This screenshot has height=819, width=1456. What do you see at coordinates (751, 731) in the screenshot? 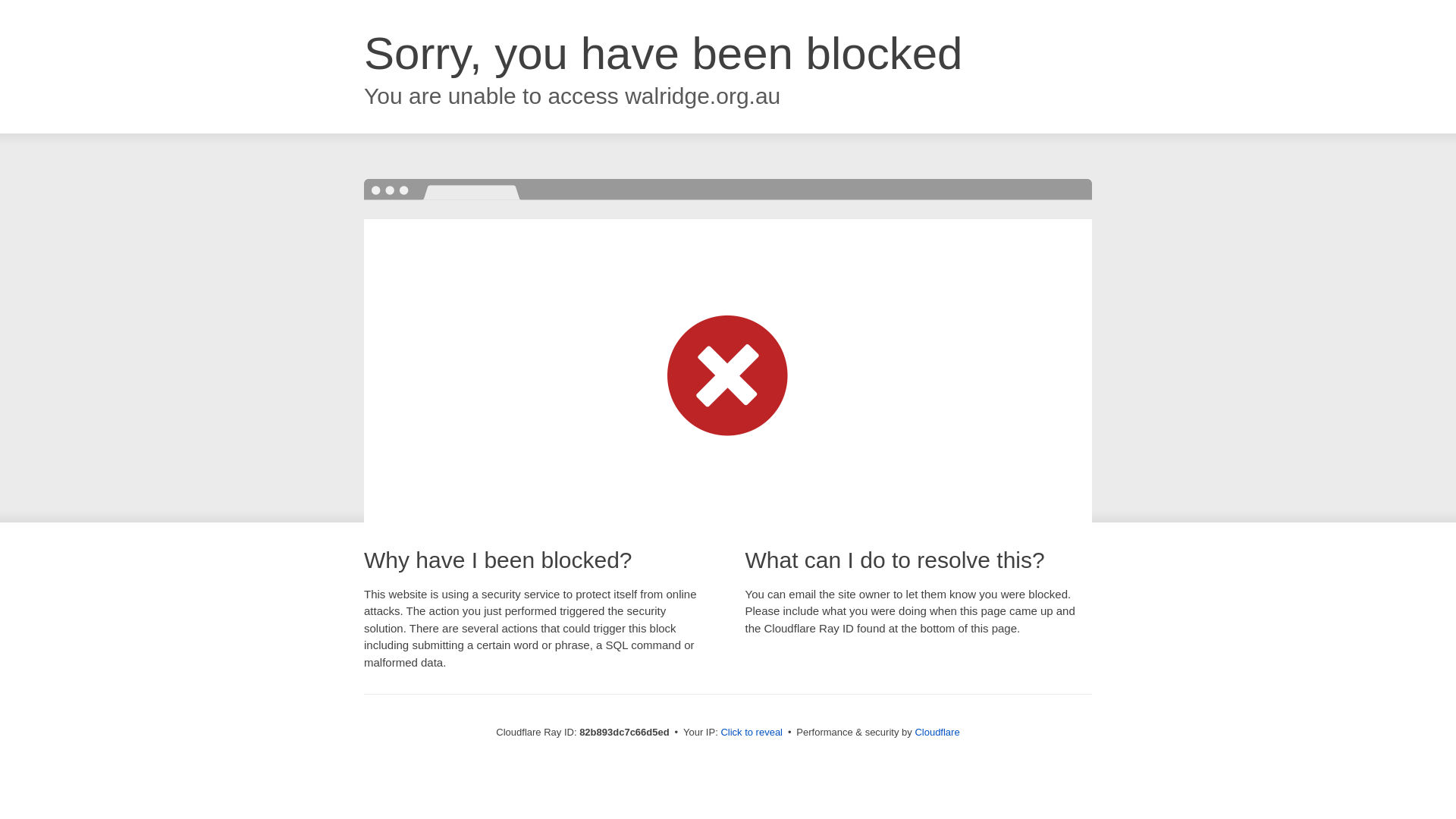
I see `'Click to reveal'` at bounding box center [751, 731].